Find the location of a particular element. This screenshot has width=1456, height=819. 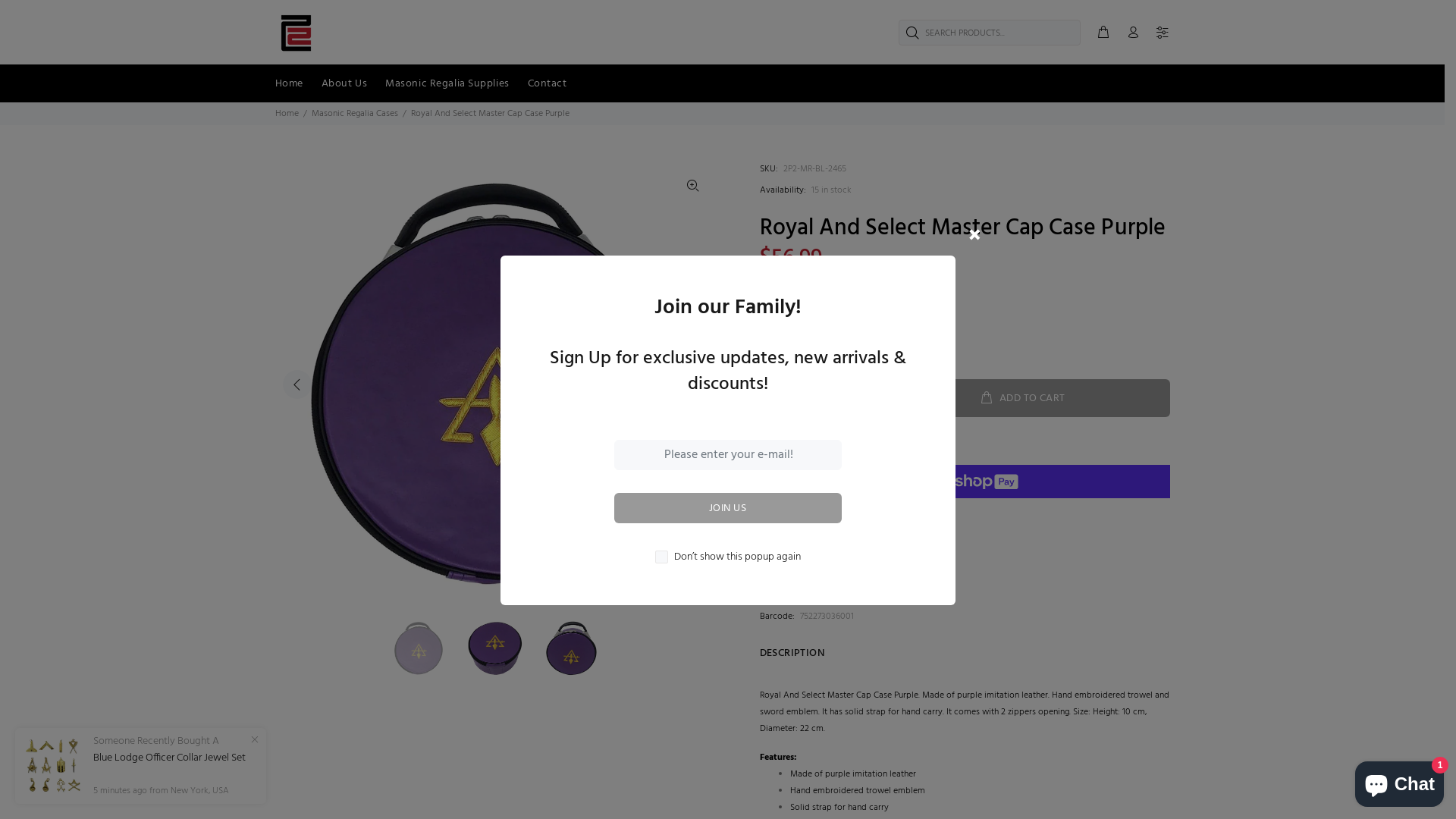

'Contact' is located at coordinates (519, 83).